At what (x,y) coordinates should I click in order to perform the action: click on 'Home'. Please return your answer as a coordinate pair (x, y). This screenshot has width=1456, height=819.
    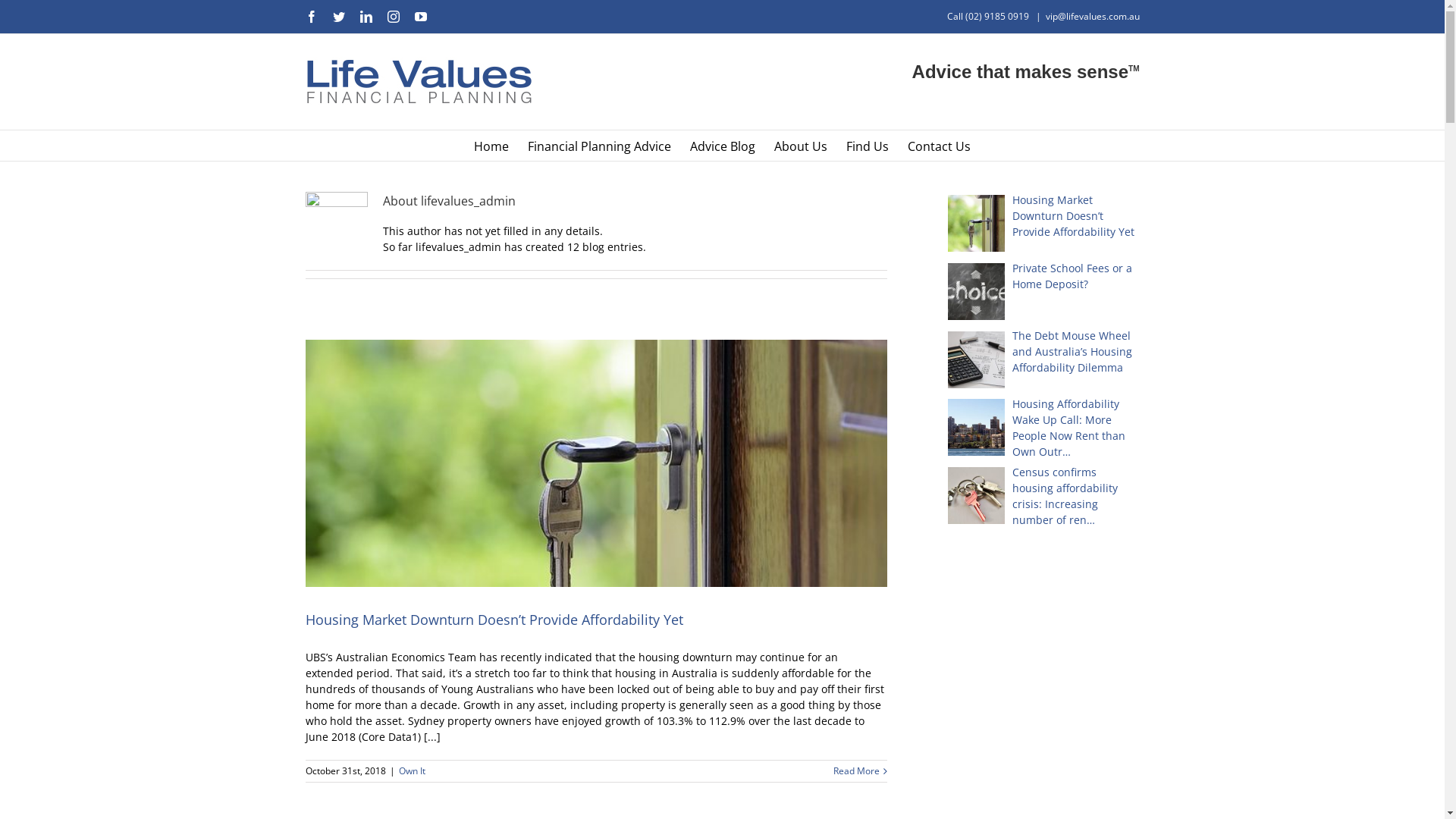
    Looking at the image, I should click on (491, 146).